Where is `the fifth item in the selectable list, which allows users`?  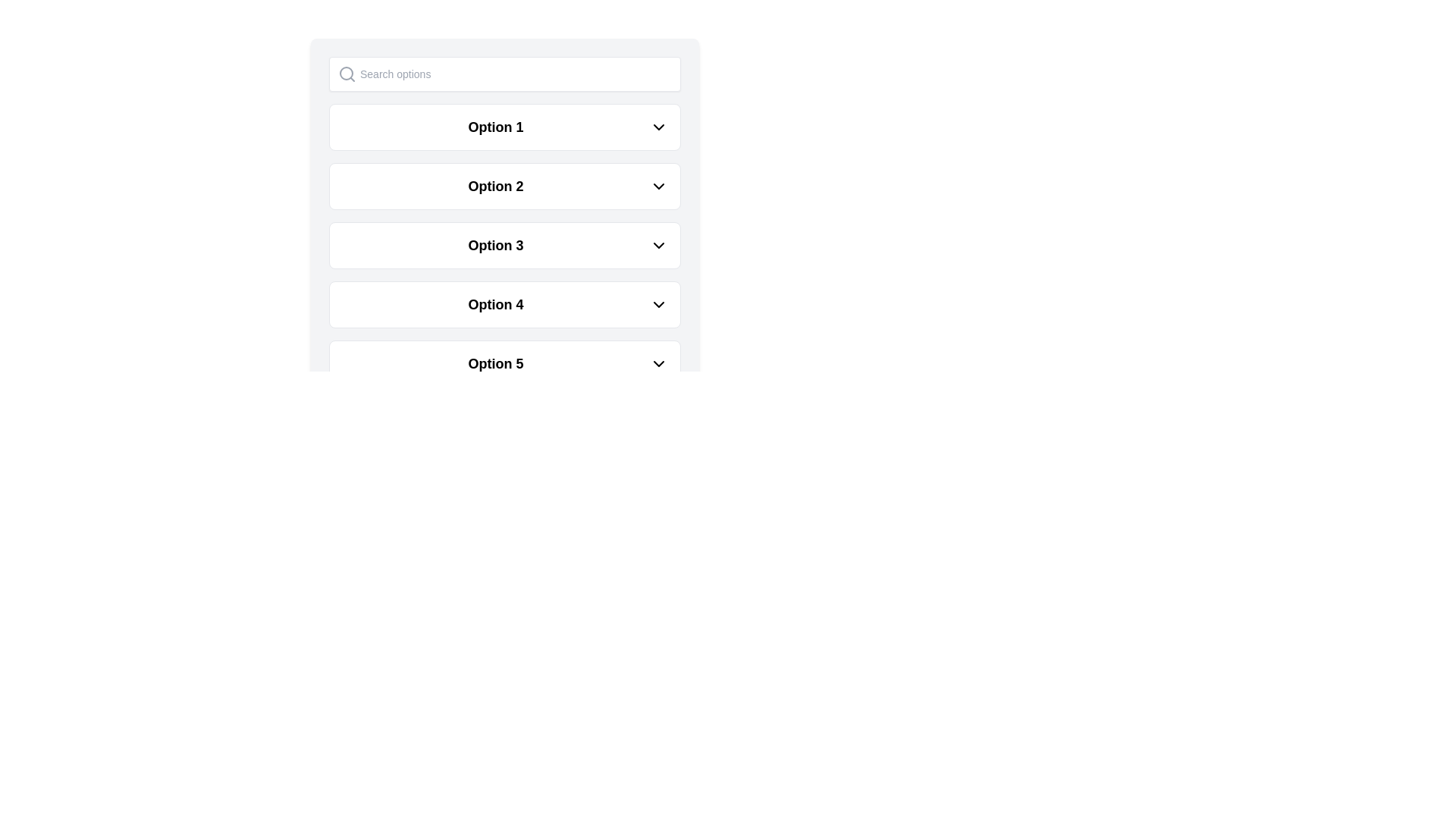 the fifth item in the selectable list, which allows users is located at coordinates (495, 363).